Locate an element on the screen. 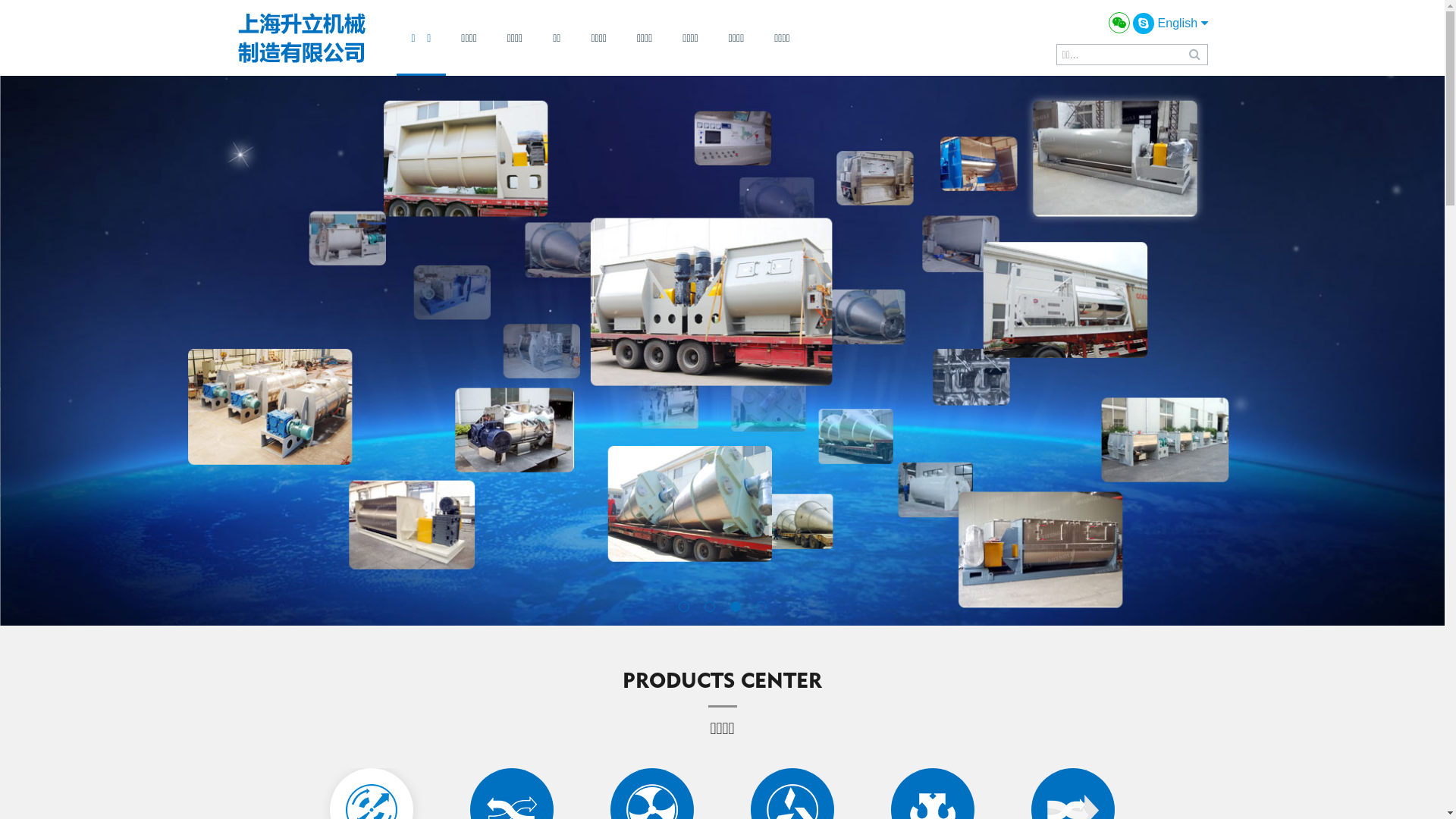 This screenshot has width=1456, height=819. 'English' is located at coordinates (1182, 23).